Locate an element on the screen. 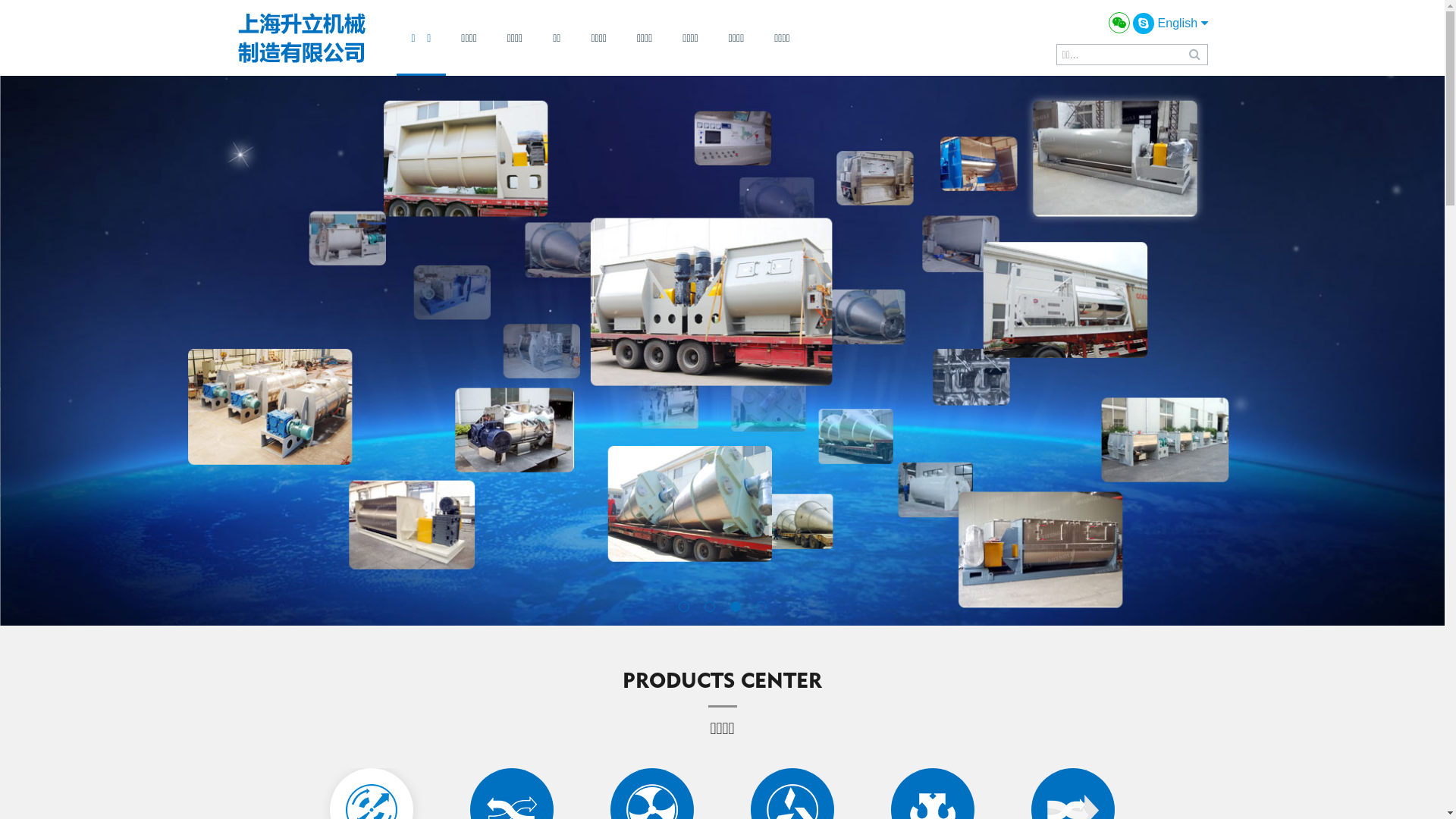 This screenshot has width=1456, height=819. 'English' is located at coordinates (1182, 23).